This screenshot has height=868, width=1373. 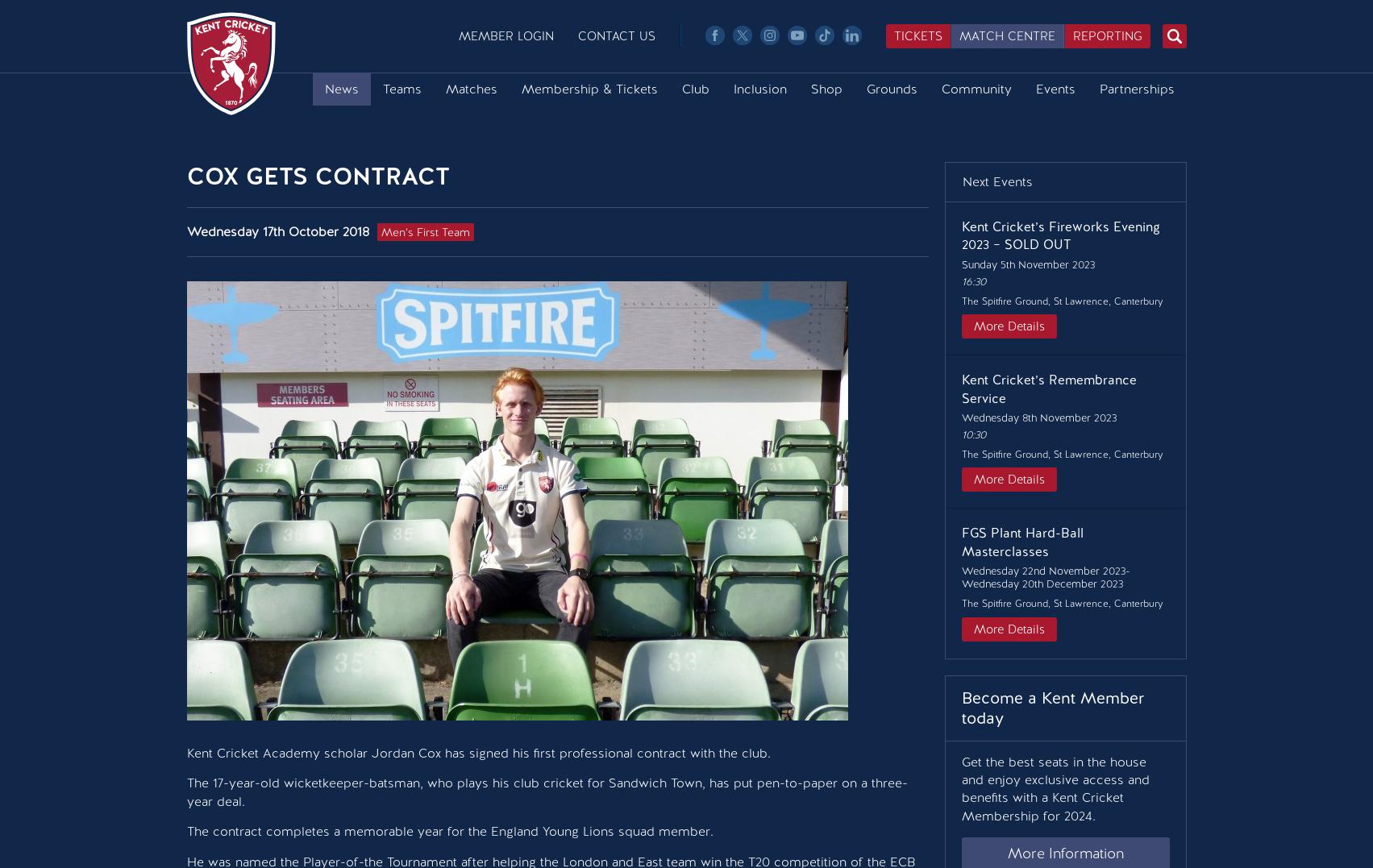 What do you see at coordinates (372, 229) in the screenshot?
I see `'South East Stars'` at bounding box center [372, 229].